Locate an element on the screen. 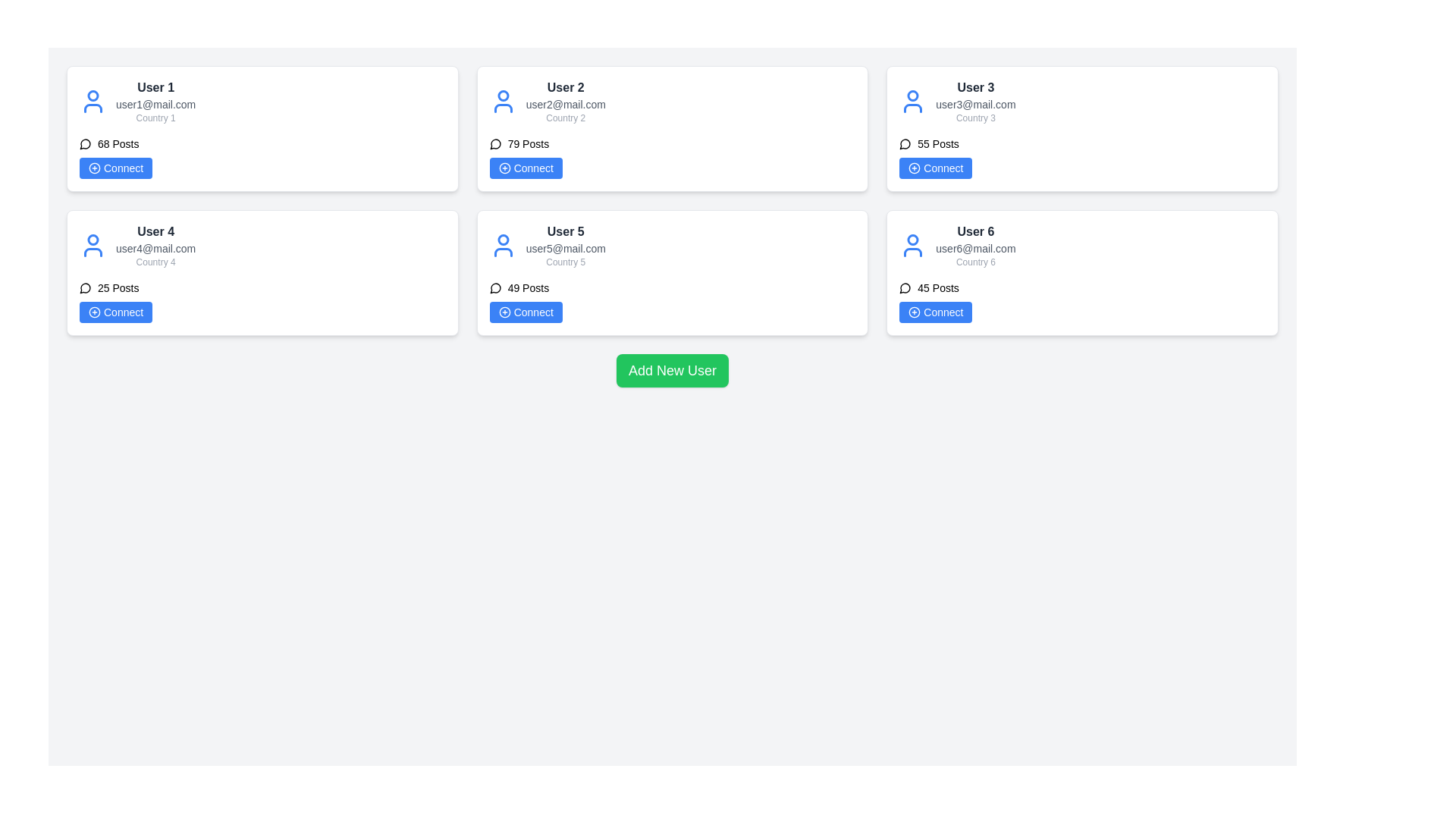 This screenshot has height=819, width=1456. on the user details text display area that shows 'User 2', 'user2@mail.com', and 'Country 2' is located at coordinates (565, 102).